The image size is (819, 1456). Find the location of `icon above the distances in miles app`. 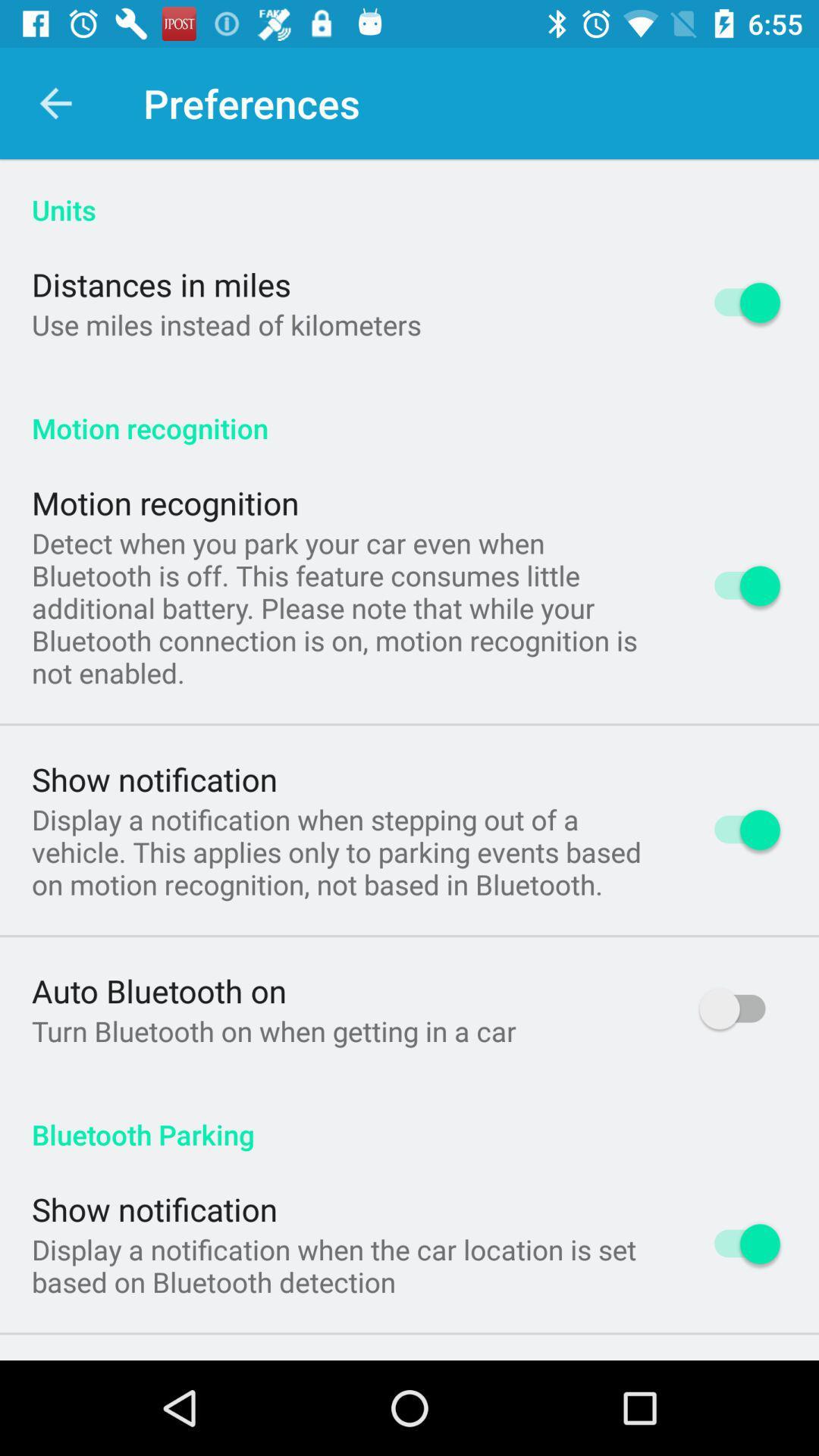

icon above the distances in miles app is located at coordinates (409, 193).